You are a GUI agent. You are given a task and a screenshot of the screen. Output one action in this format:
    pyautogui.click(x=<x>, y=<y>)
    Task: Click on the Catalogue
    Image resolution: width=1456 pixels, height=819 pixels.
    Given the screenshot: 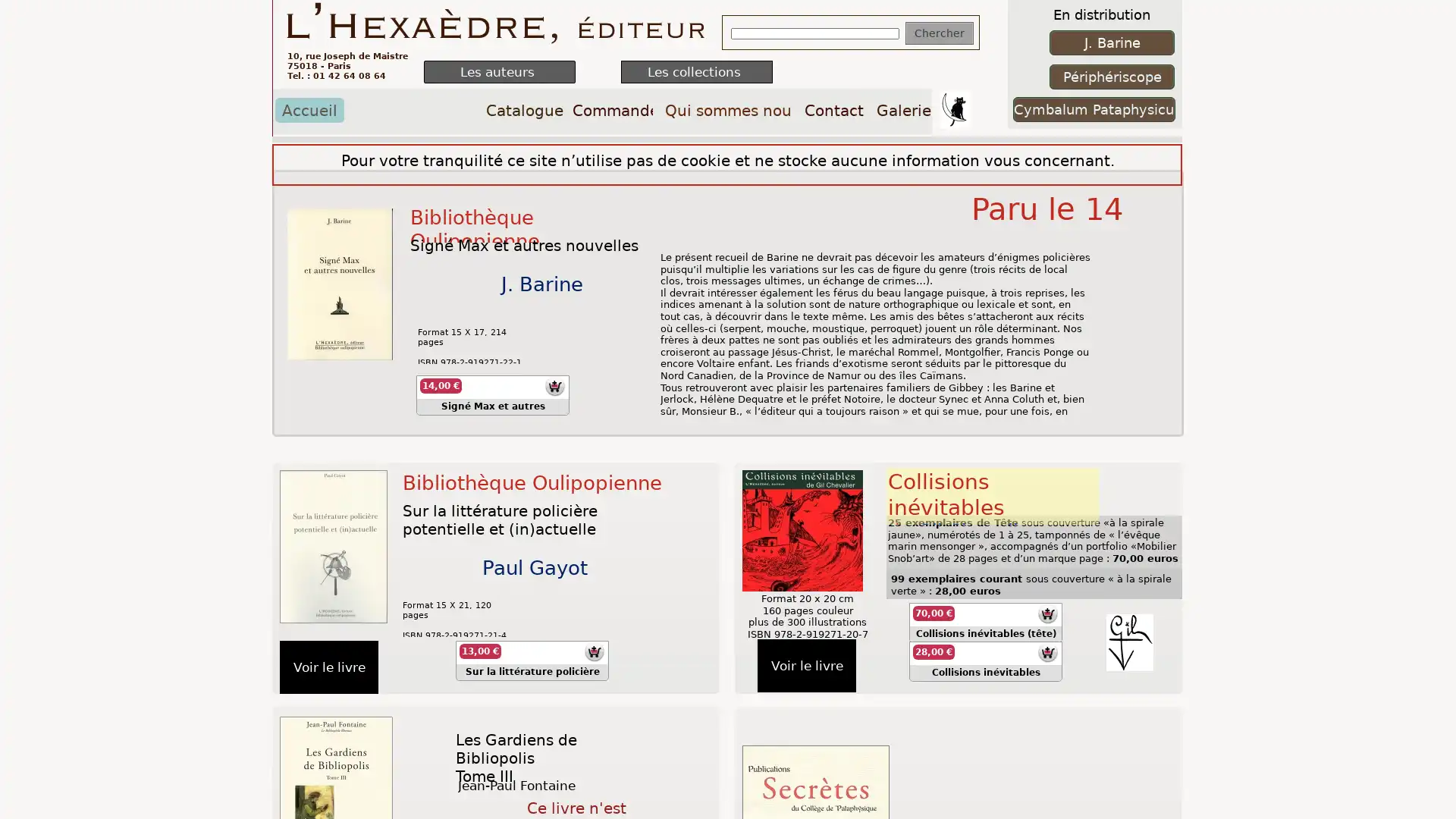 What is the action you would take?
    pyautogui.click(x=524, y=109)
    